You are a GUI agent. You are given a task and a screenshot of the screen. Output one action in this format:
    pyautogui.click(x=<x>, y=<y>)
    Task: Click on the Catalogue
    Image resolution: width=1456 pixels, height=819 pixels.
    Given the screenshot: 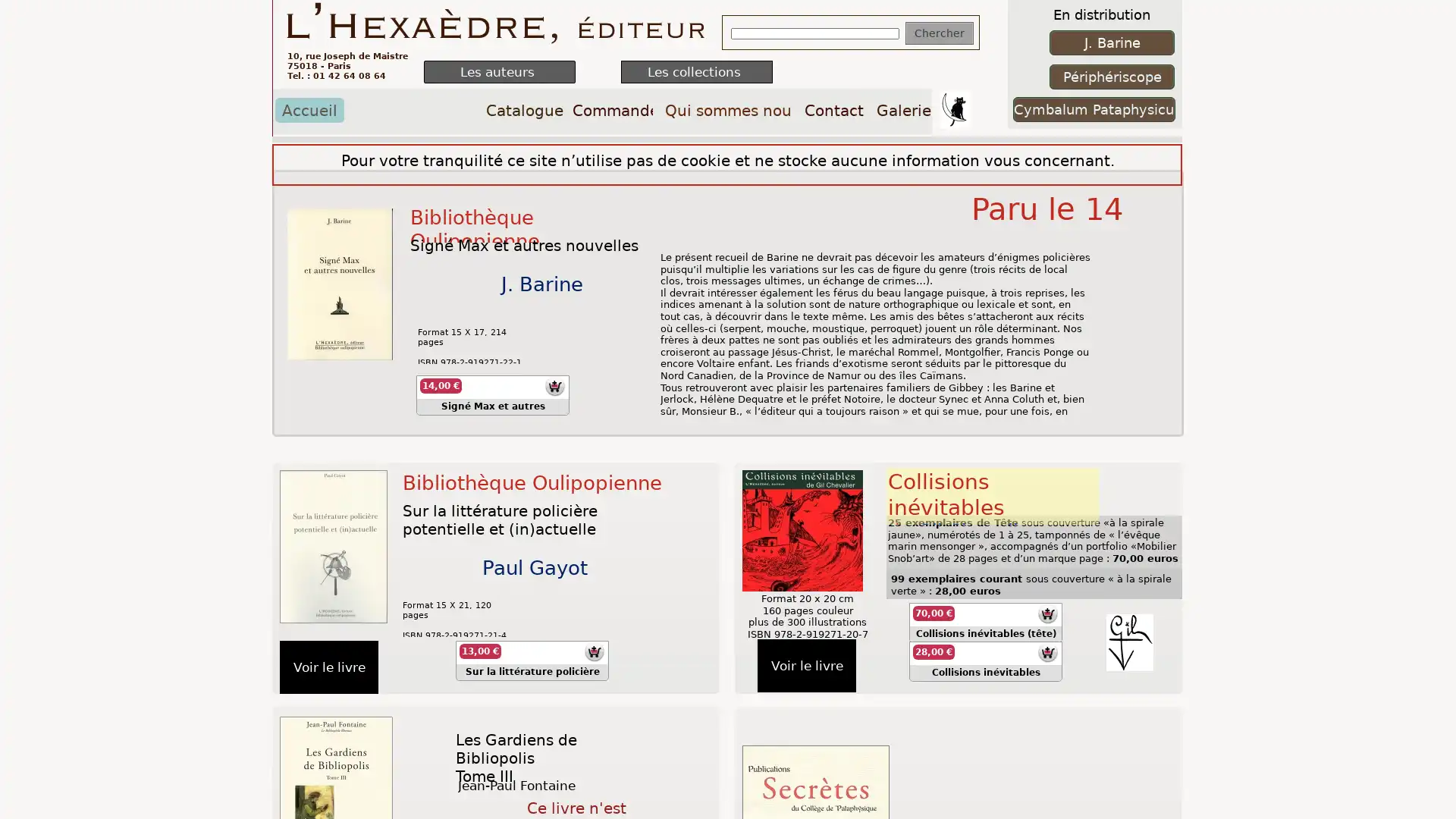 What is the action you would take?
    pyautogui.click(x=524, y=109)
    